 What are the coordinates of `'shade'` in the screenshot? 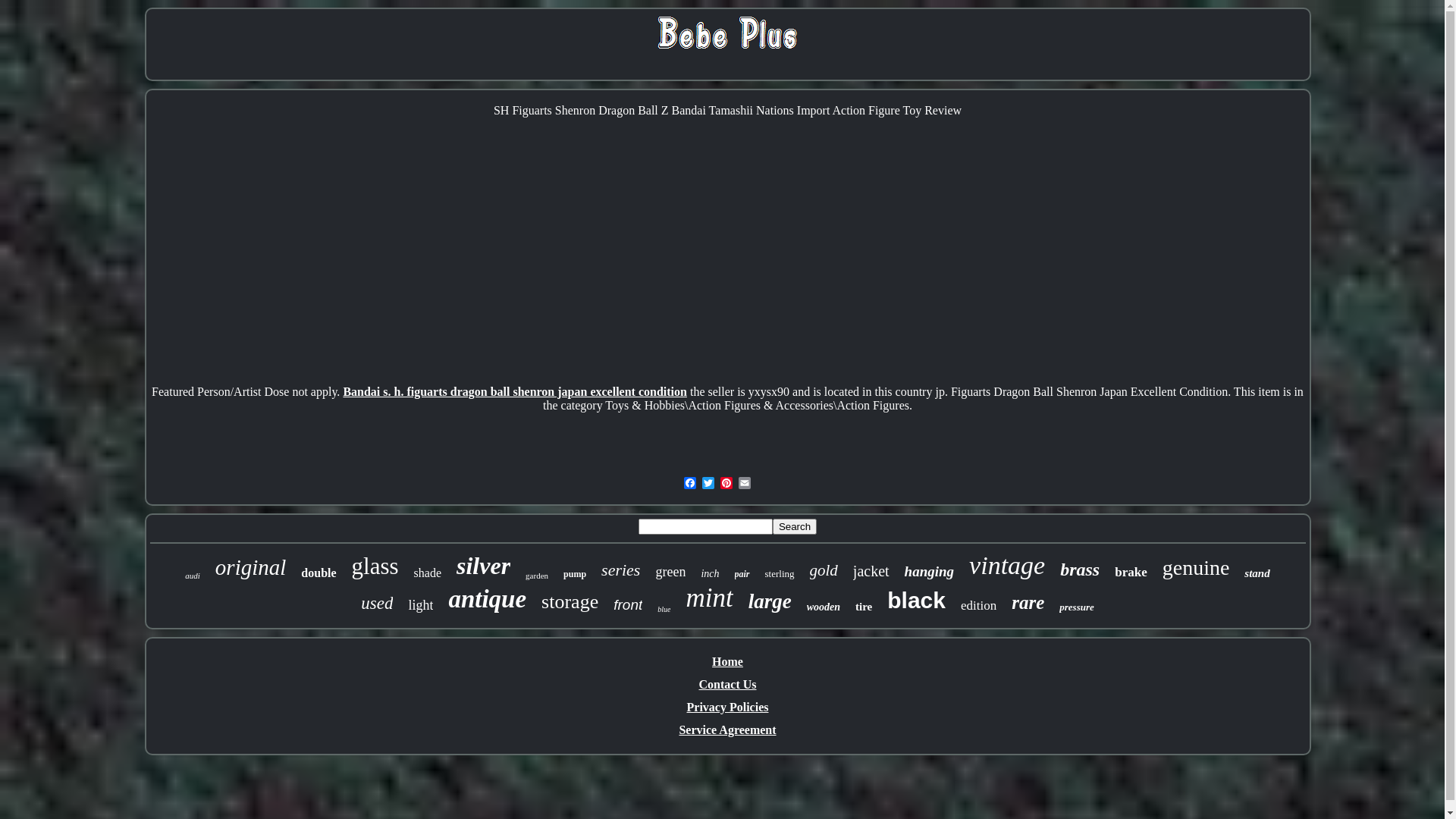 It's located at (414, 573).